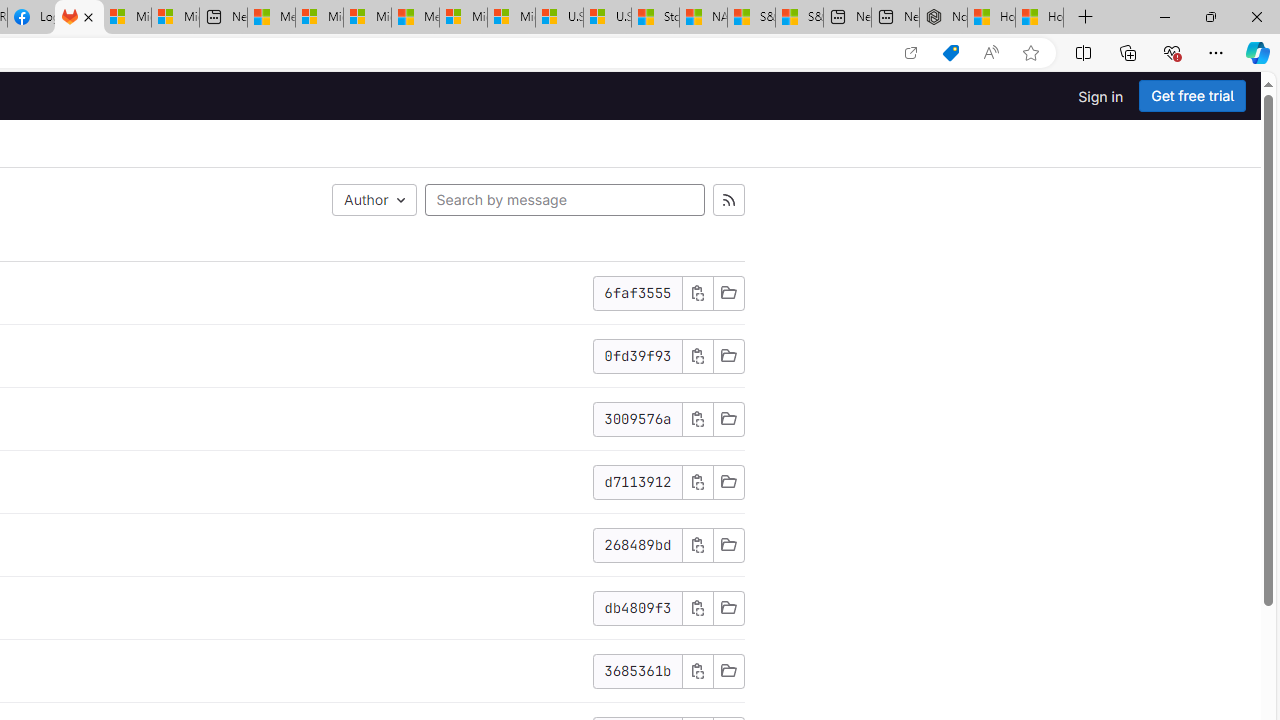 The height and width of the screenshot is (720, 1280). Describe the element at coordinates (727, 200) in the screenshot. I see `'Commits feed'` at that location.